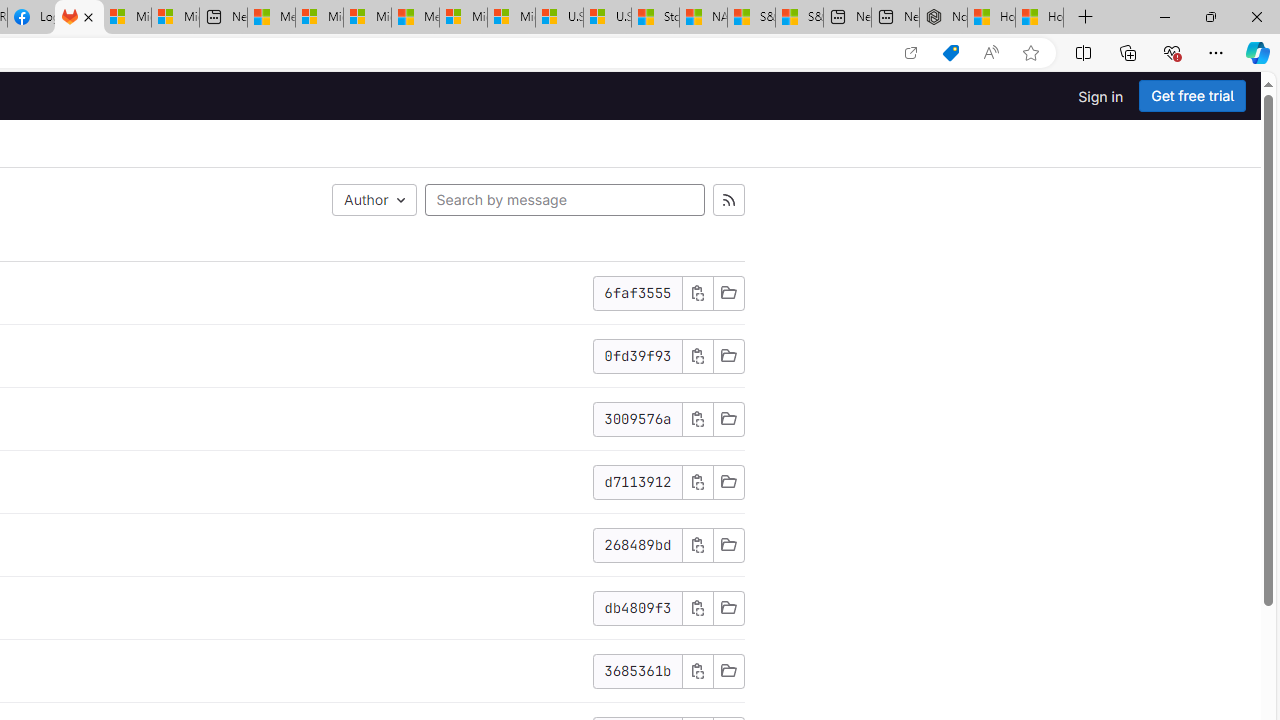 The height and width of the screenshot is (720, 1280). Describe the element at coordinates (727, 200) in the screenshot. I see `'Commits feed'` at that location.